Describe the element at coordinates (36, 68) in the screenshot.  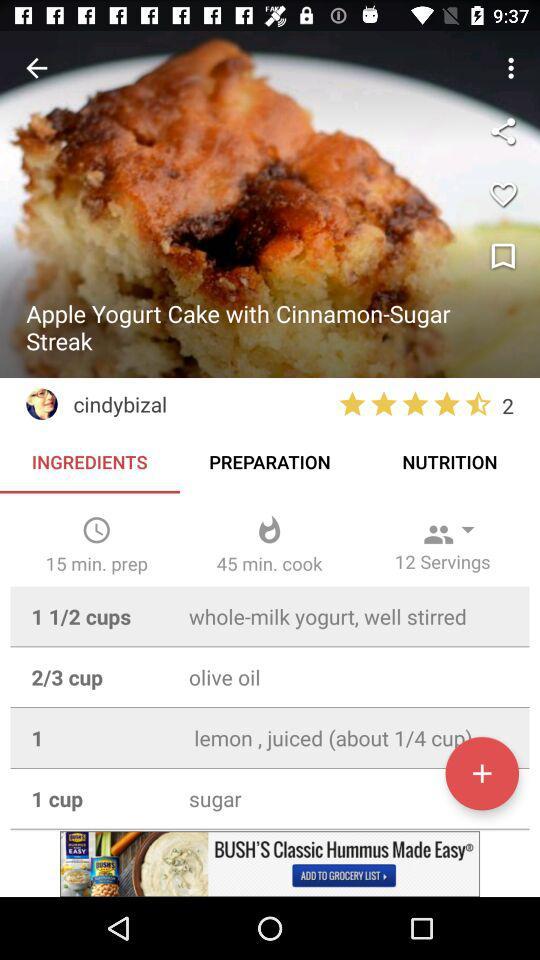
I see `back` at that location.